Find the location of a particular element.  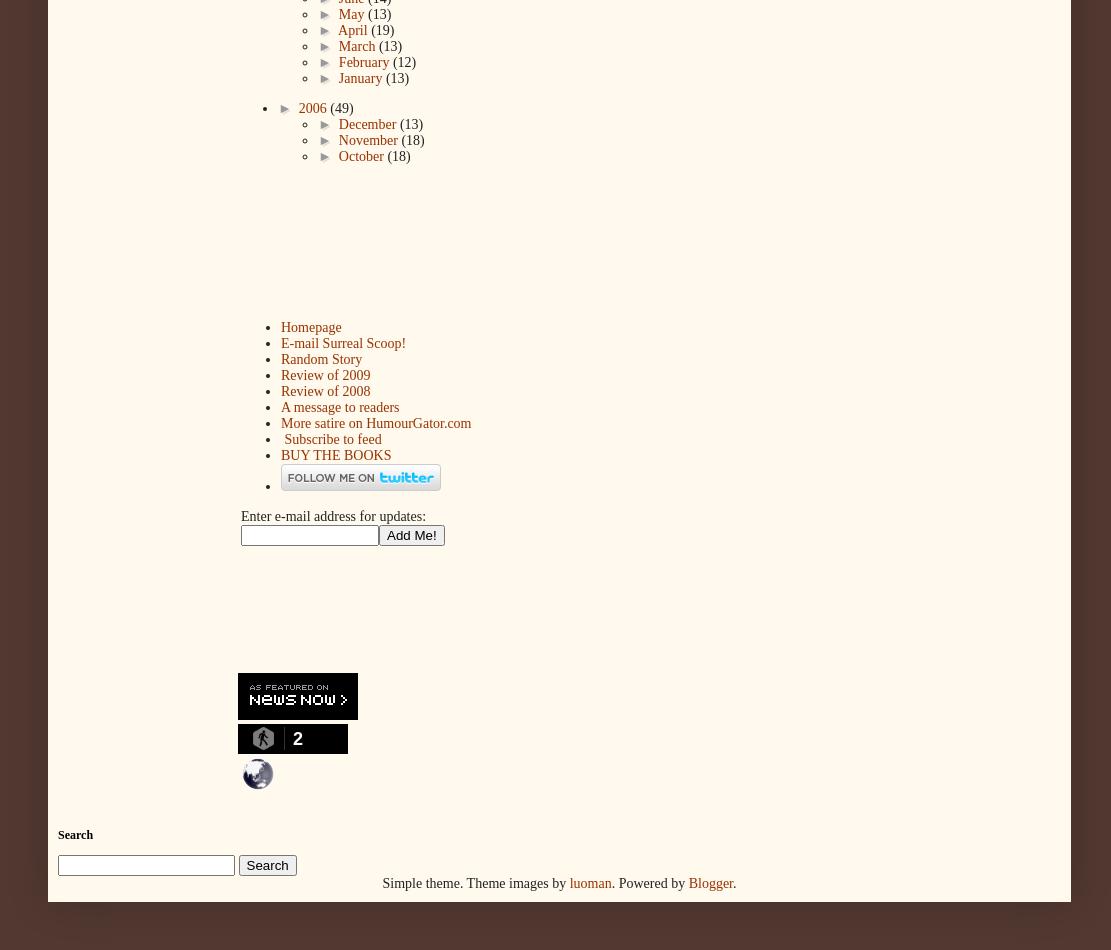

'2' is located at coordinates (296, 738).